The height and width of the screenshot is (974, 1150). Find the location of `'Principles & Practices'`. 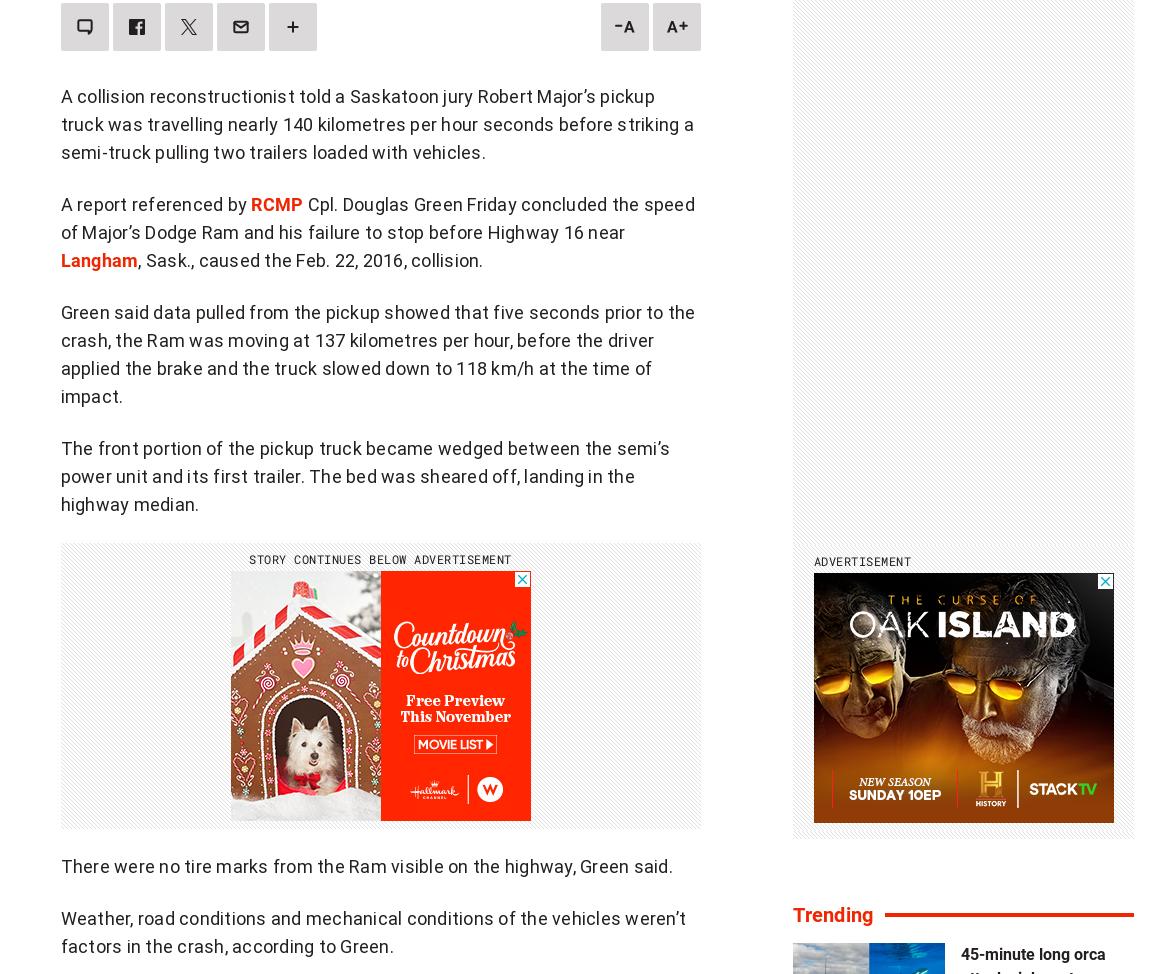

'Principles & Practices' is located at coordinates (174, 860).